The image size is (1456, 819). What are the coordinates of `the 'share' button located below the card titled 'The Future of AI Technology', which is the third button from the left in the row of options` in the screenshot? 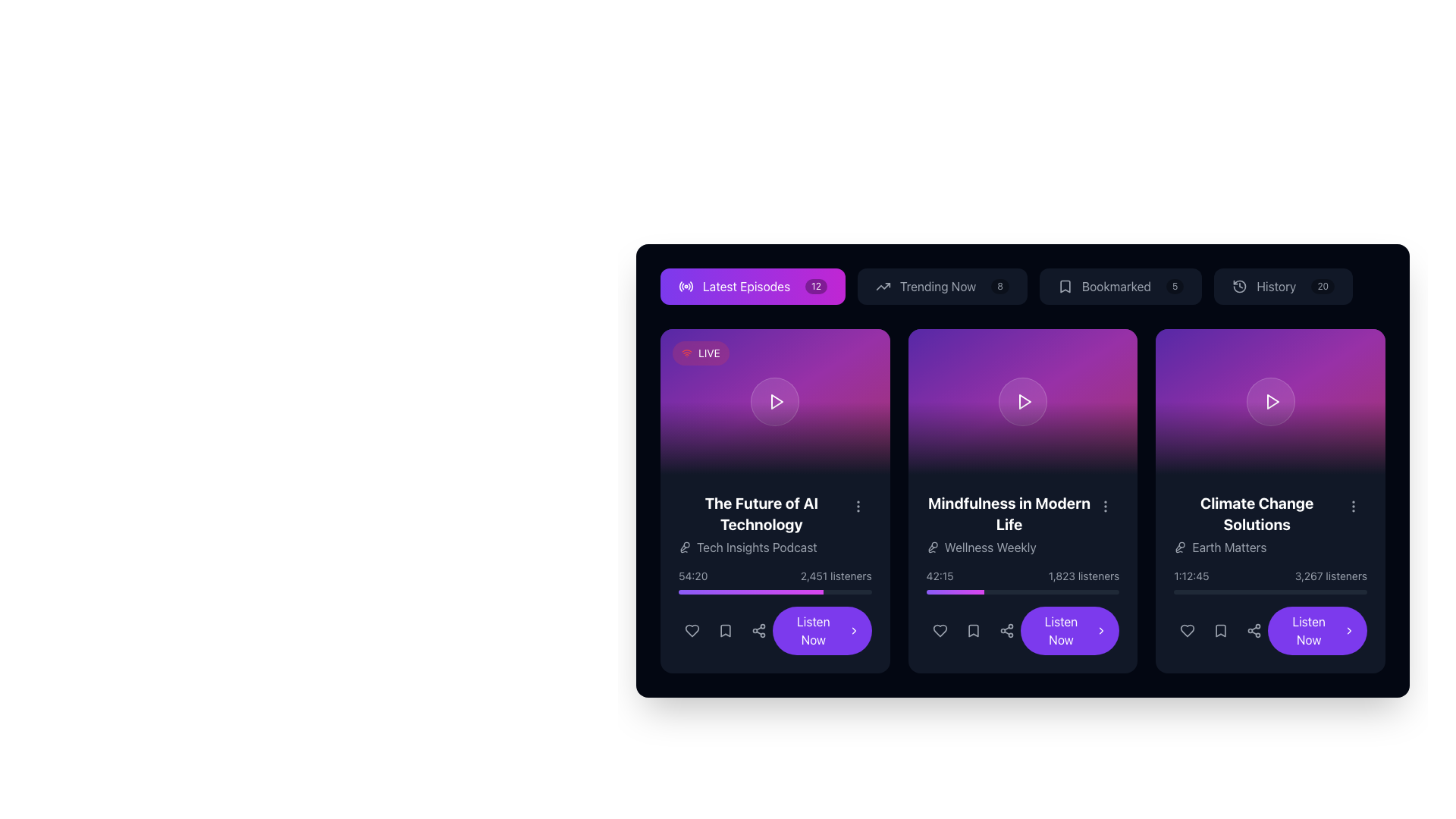 It's located at (759, 631).